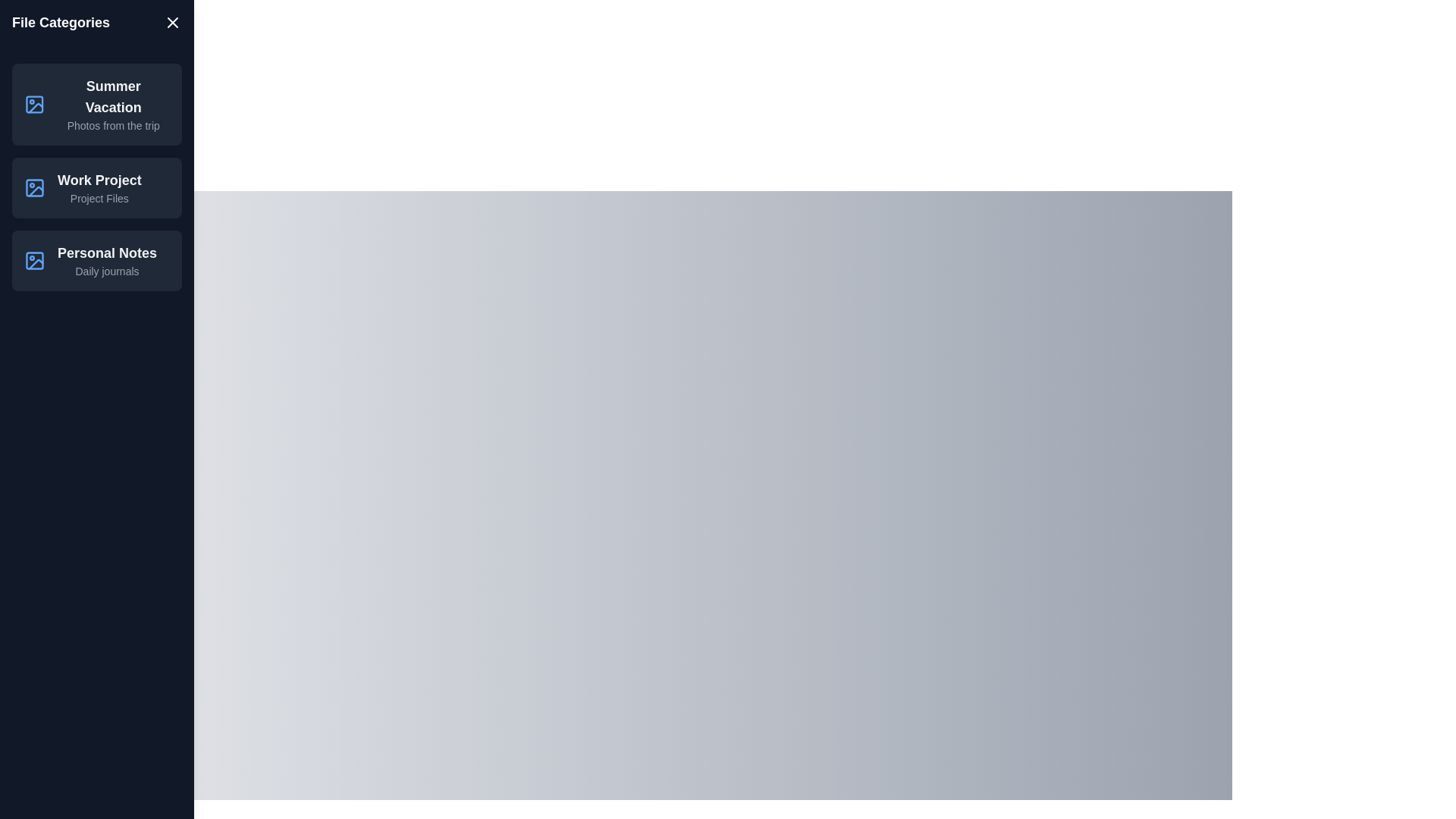 Image resolution: width=1456 pixels, height=819 pixels. Describe the element at coordinates (96, 259) in the screenshot. I see `the item Personal Notes from the list to view its details` at that location.